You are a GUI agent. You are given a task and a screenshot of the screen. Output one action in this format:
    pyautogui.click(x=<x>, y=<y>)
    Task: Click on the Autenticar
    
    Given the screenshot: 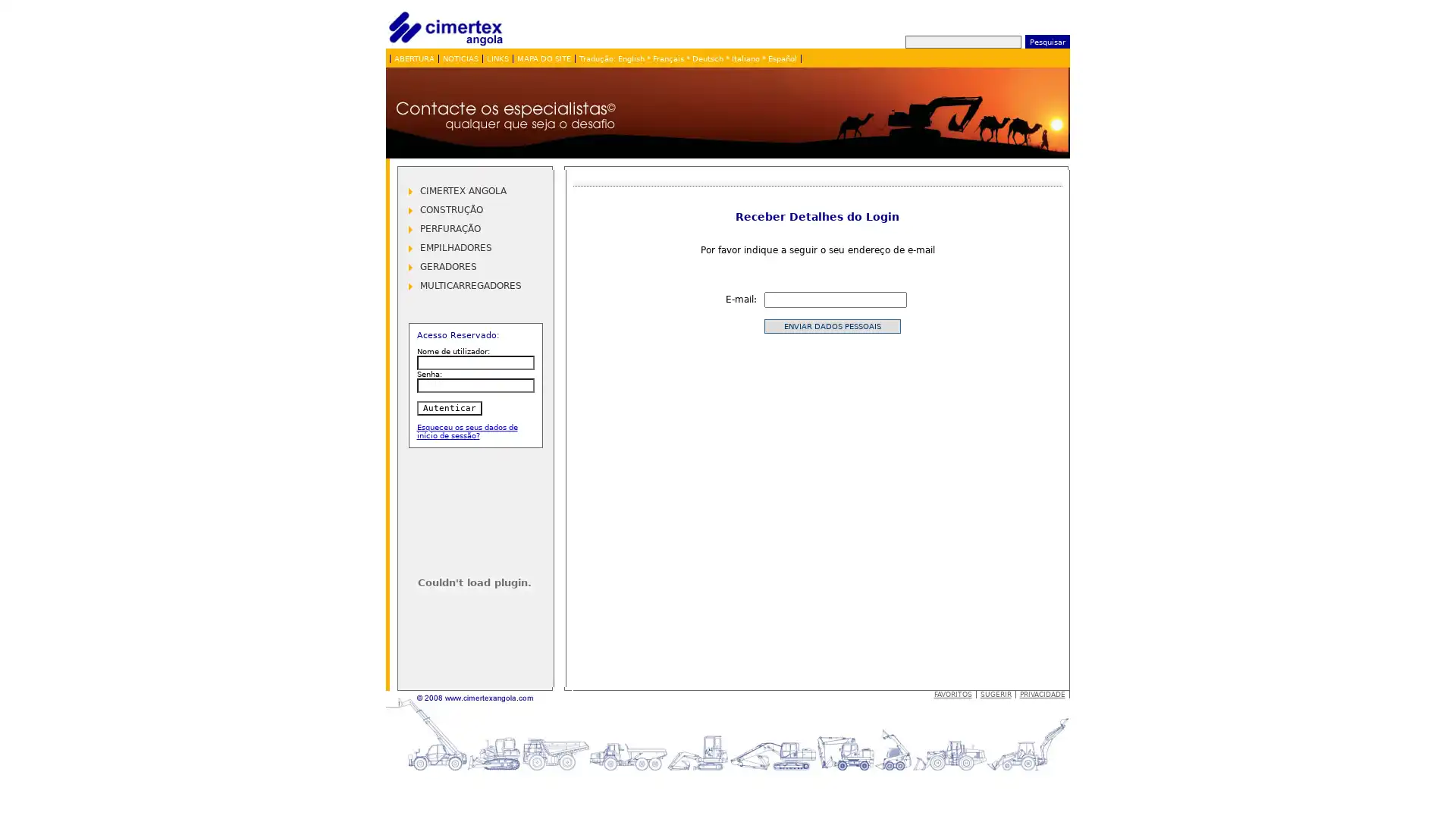 What is the action you would take?
    pyautogui.click(x=447, y=407)
    